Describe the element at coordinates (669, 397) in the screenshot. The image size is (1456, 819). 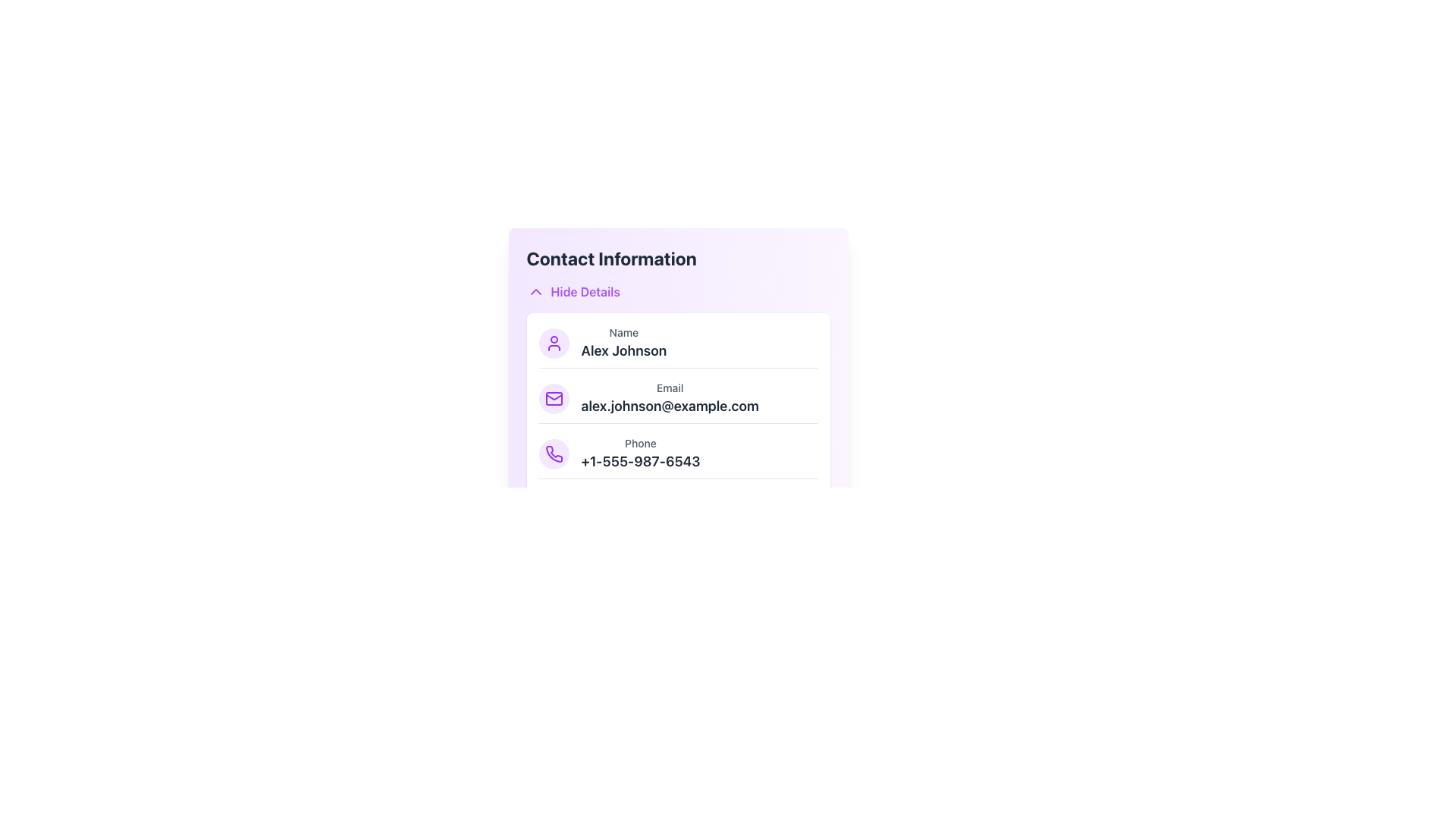
I see `email address displayed in the contact information card, which is located in the middle part of the card, under the 'Contact Information' section, second entry after the 'Name' section` at that location.